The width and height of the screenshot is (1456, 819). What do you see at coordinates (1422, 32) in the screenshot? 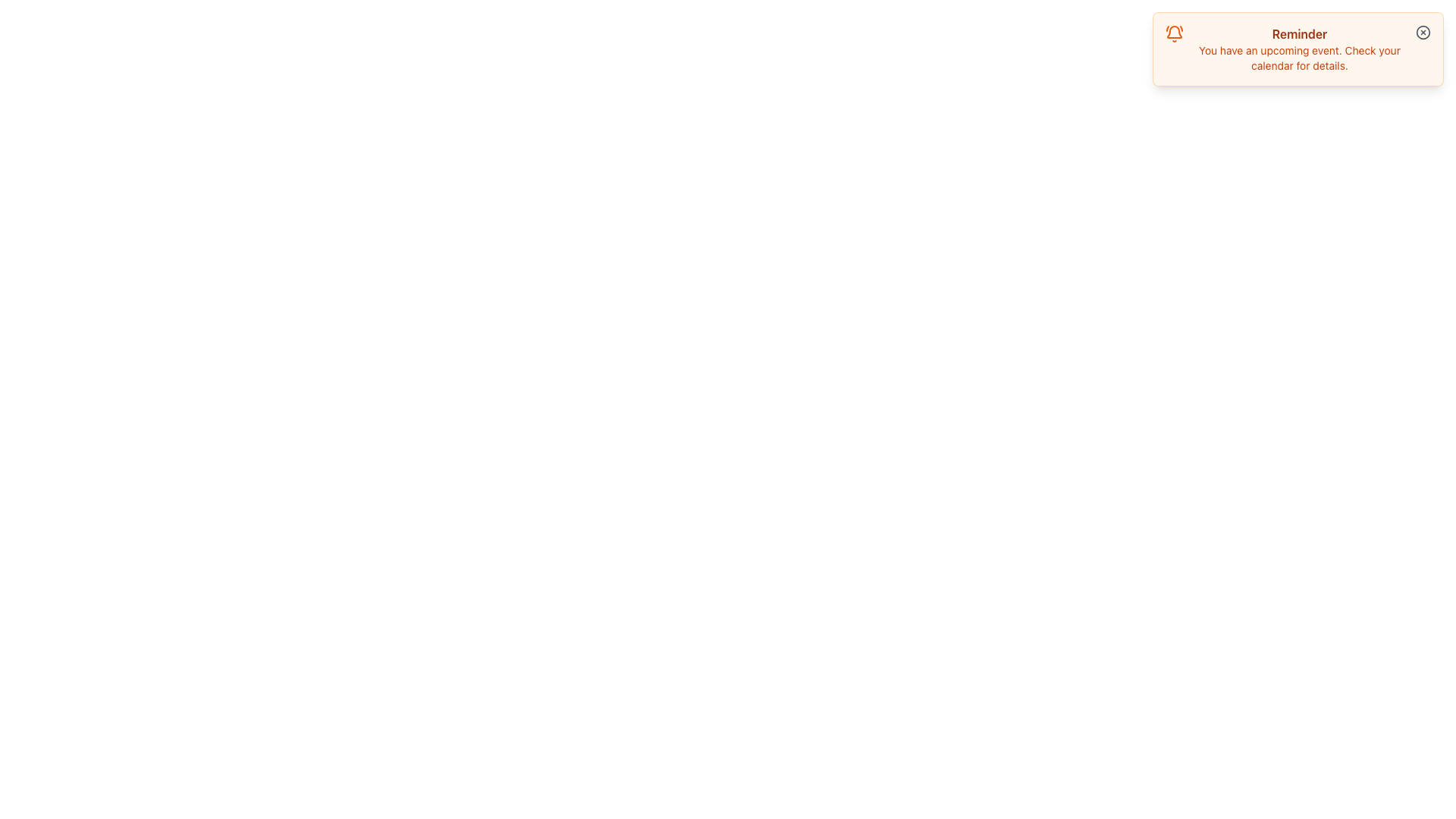
I see `the circular button with a cross icon at the top-right corner of the notification box to change its color to orange` at bounding box center [1422, 32].